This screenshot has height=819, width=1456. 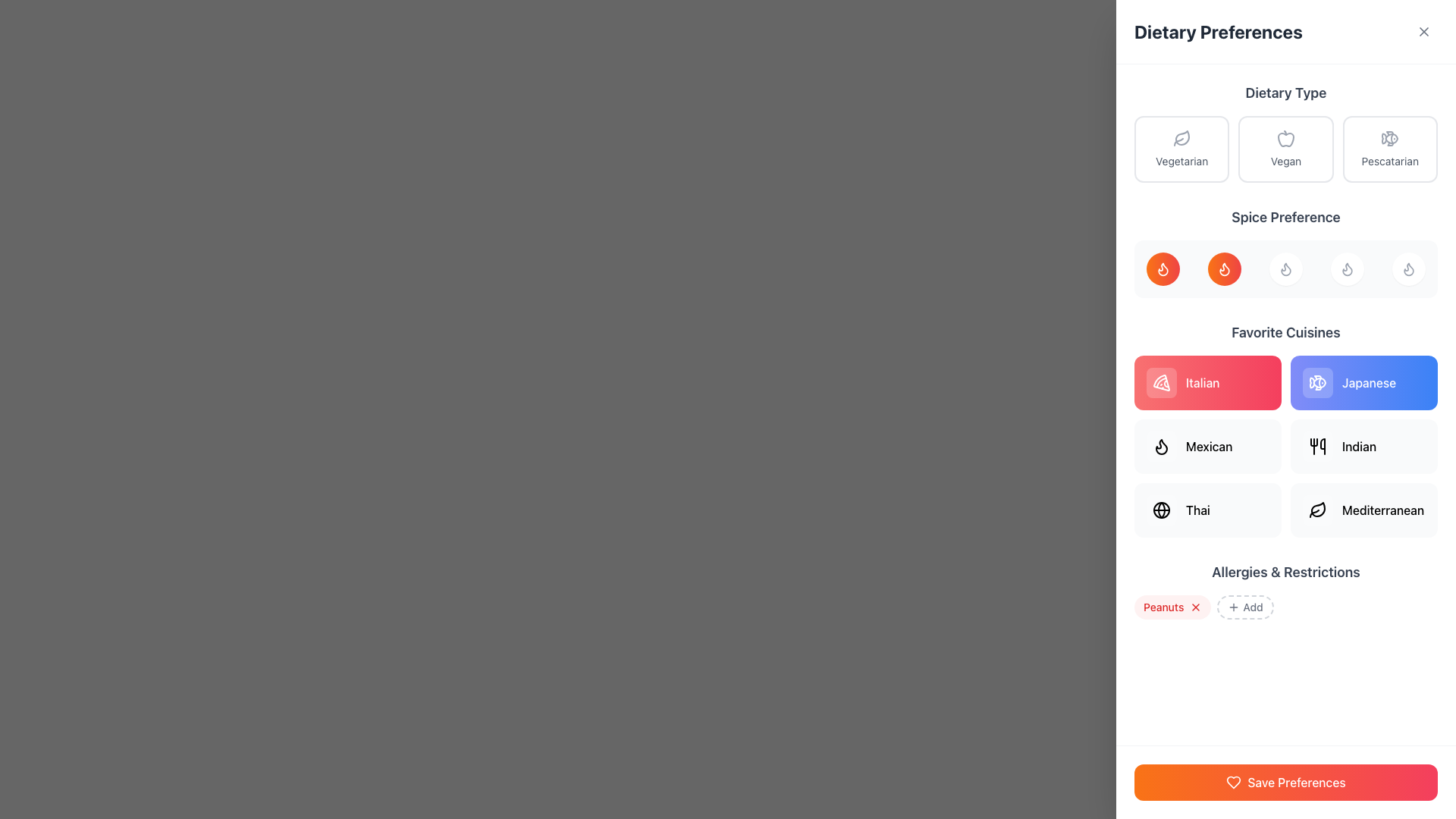 I want to click on the SVG Circle element, which is a circular shape with a radius of 10 units, centered within a globe-like SVG icon, so click(x=1160, y=510).